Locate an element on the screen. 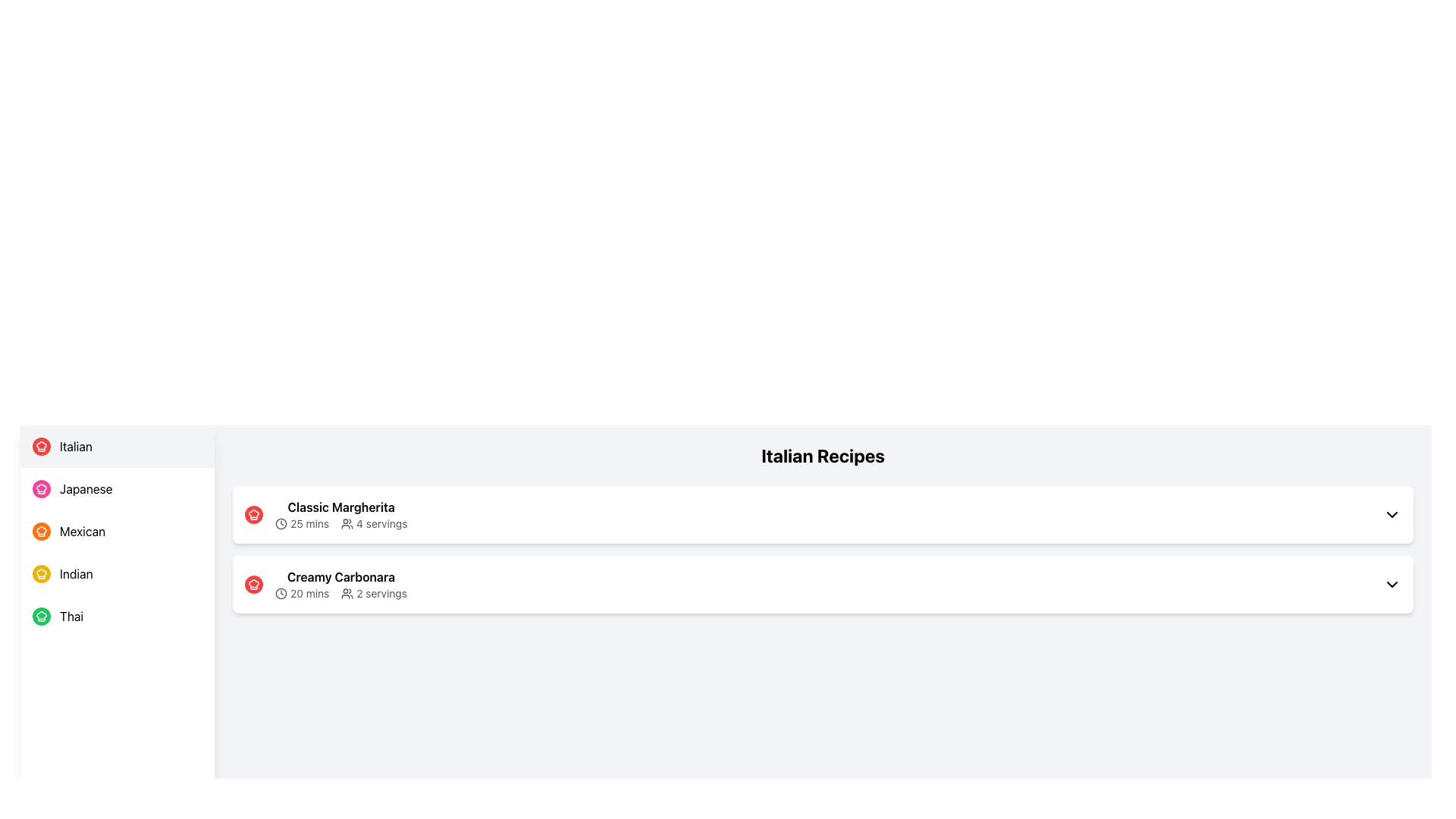  text label displaying '20 mins' located under the 'Creamy Carbonara' item in the 'Italian Recipes' section, positioned on the second row, left side, before the servings text is located at coordinates (302, 593).